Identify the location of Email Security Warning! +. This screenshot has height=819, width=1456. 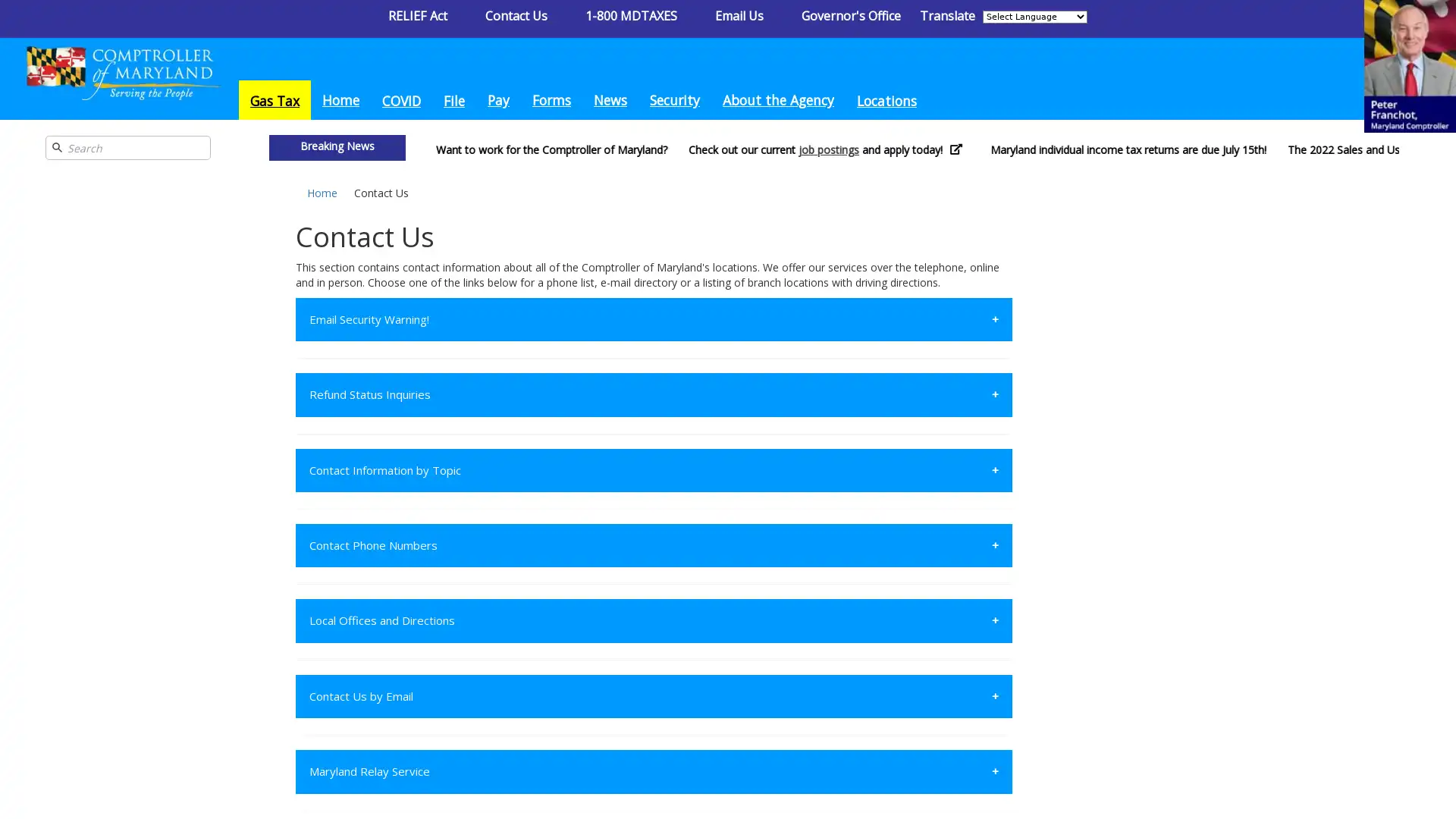
(654, 318).